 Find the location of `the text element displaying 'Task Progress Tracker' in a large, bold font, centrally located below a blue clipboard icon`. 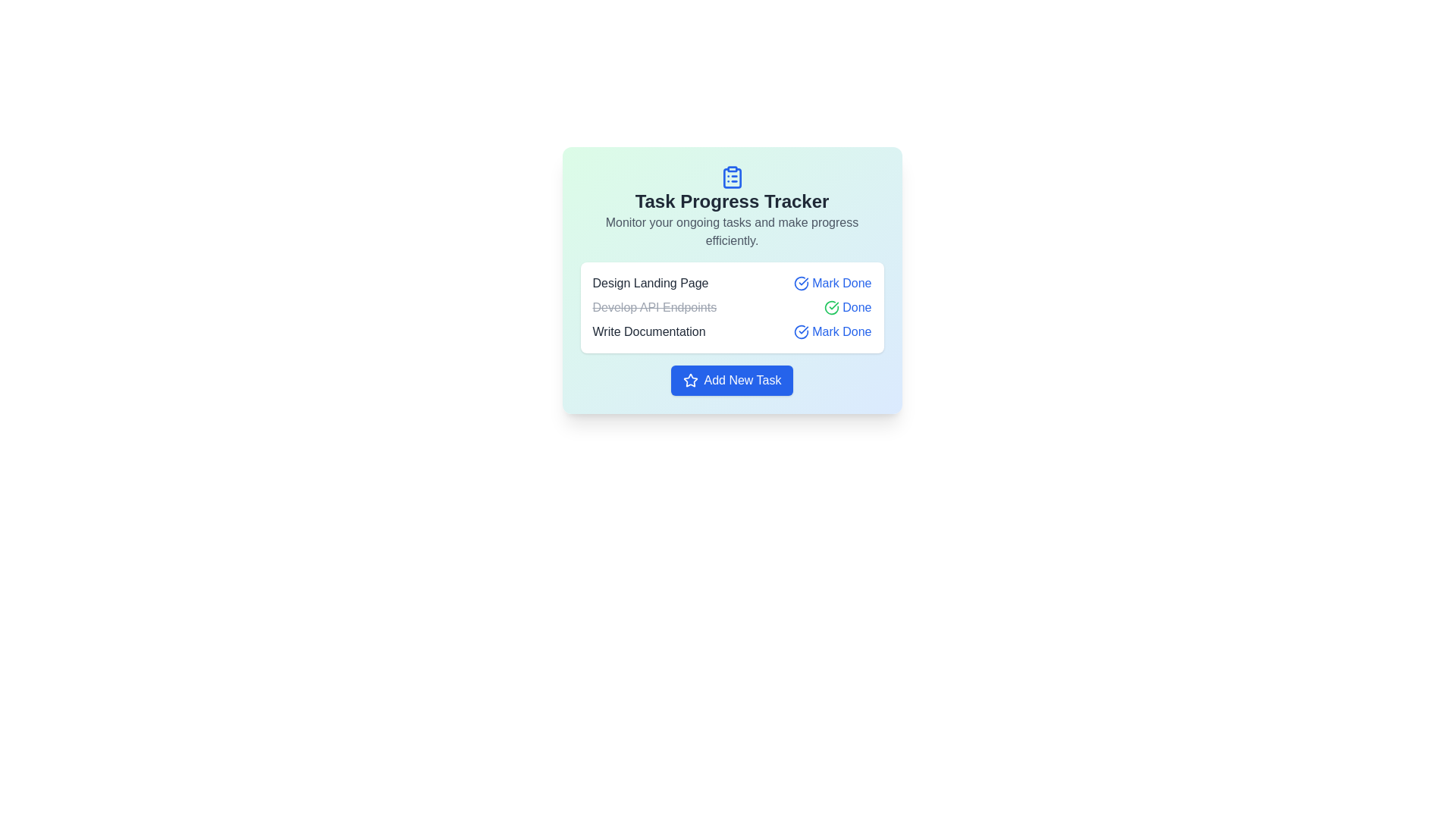

the text element displaying 'Task Progress Tracker' in a large, bold font, centrally located below a blue clipboard icon is located at coordinates (732, 201).